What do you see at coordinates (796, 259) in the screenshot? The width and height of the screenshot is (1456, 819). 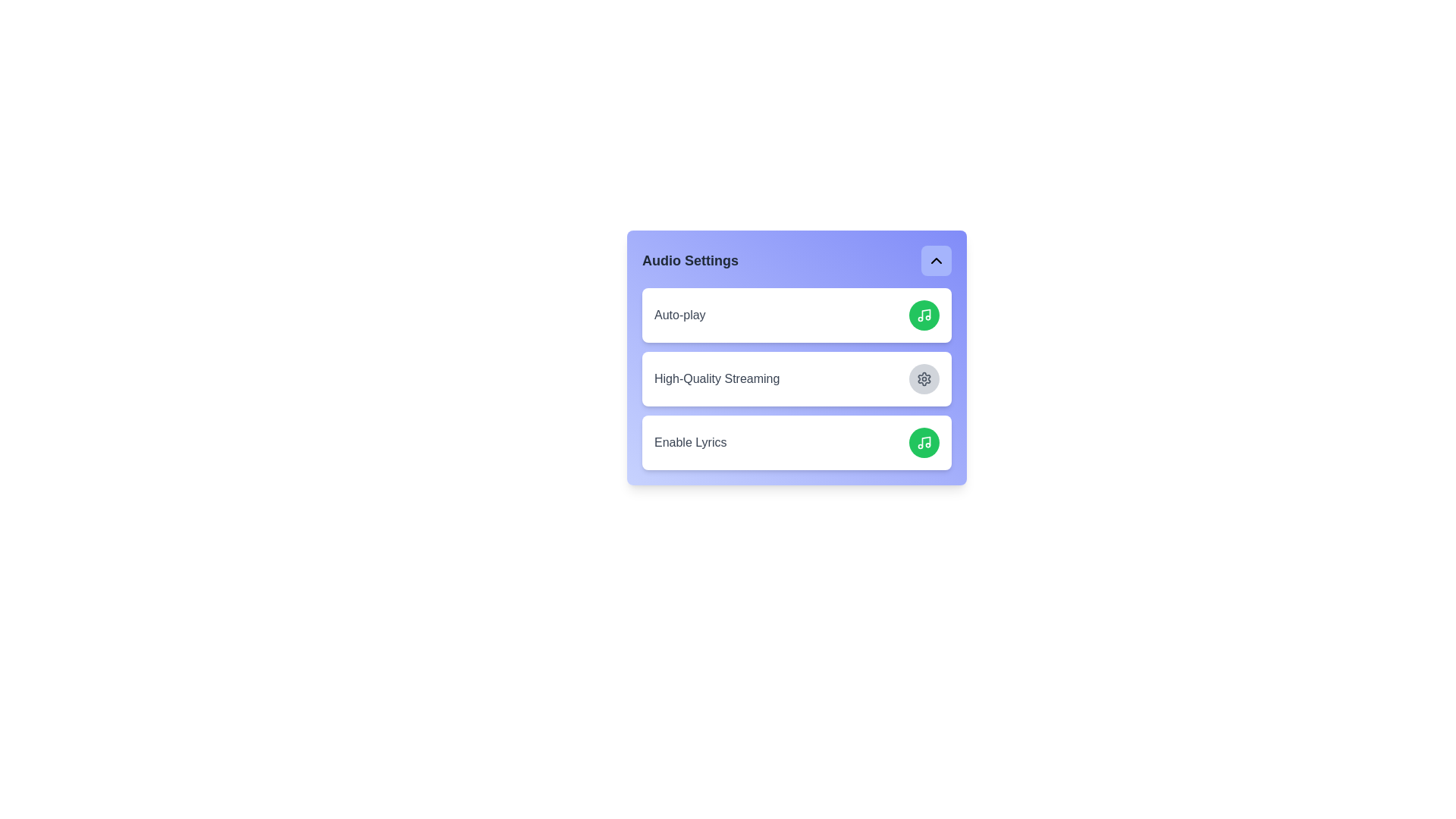 I see `the header of the MusicSettingsPanel component` at bounding box center [796, 259].